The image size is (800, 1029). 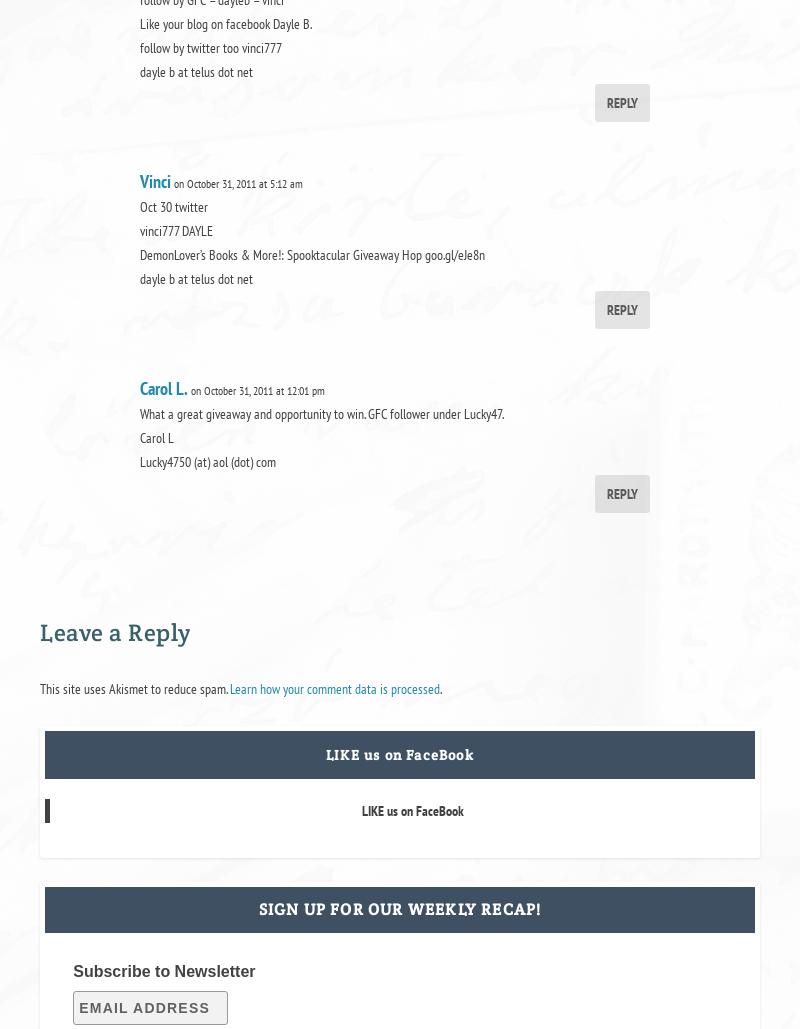 I want to click on 'Leave a Reply', so click(x=113, y=631).